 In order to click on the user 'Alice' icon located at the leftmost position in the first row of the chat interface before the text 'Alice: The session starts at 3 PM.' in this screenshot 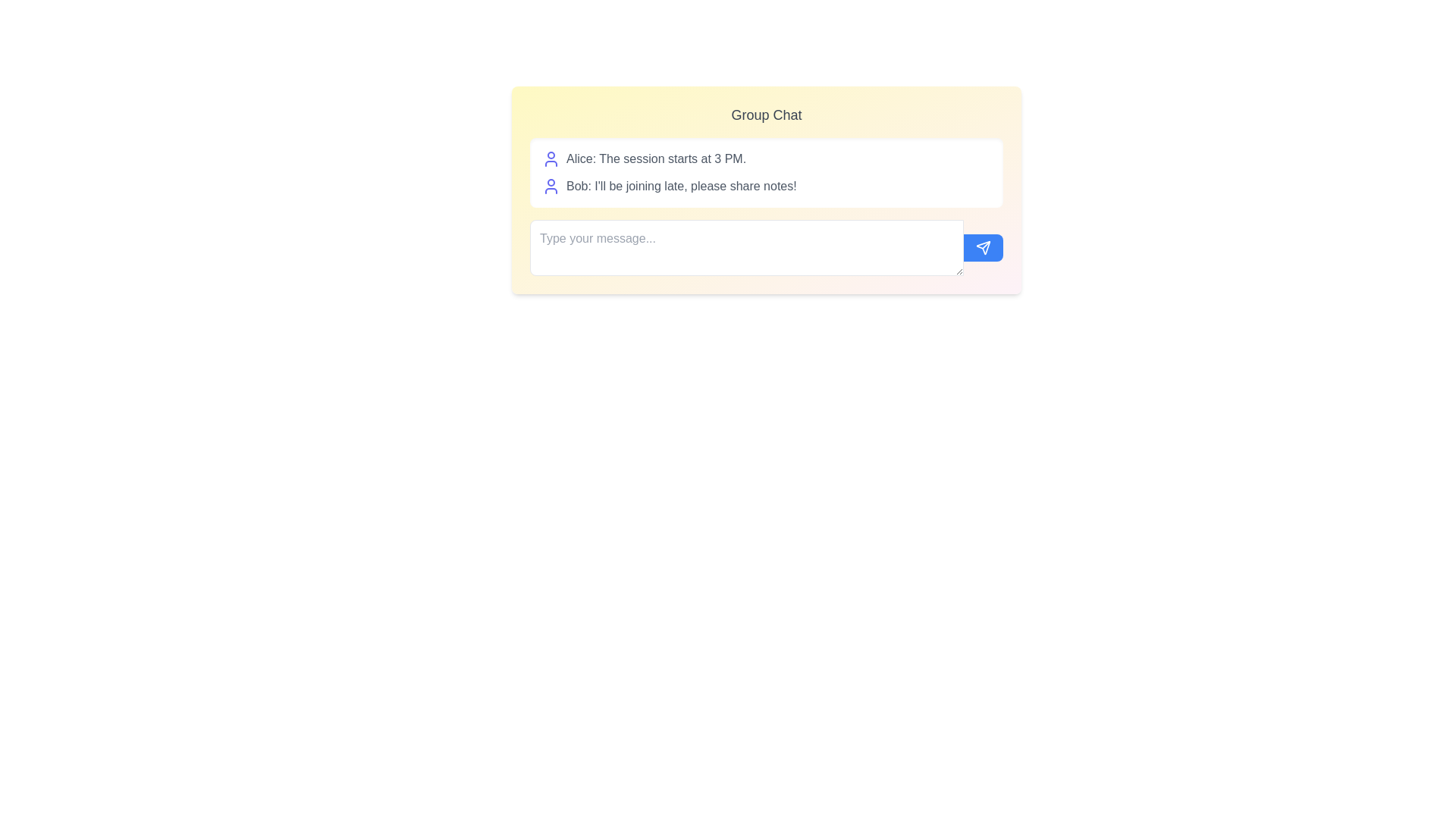, I will do `click(550, 158)`.